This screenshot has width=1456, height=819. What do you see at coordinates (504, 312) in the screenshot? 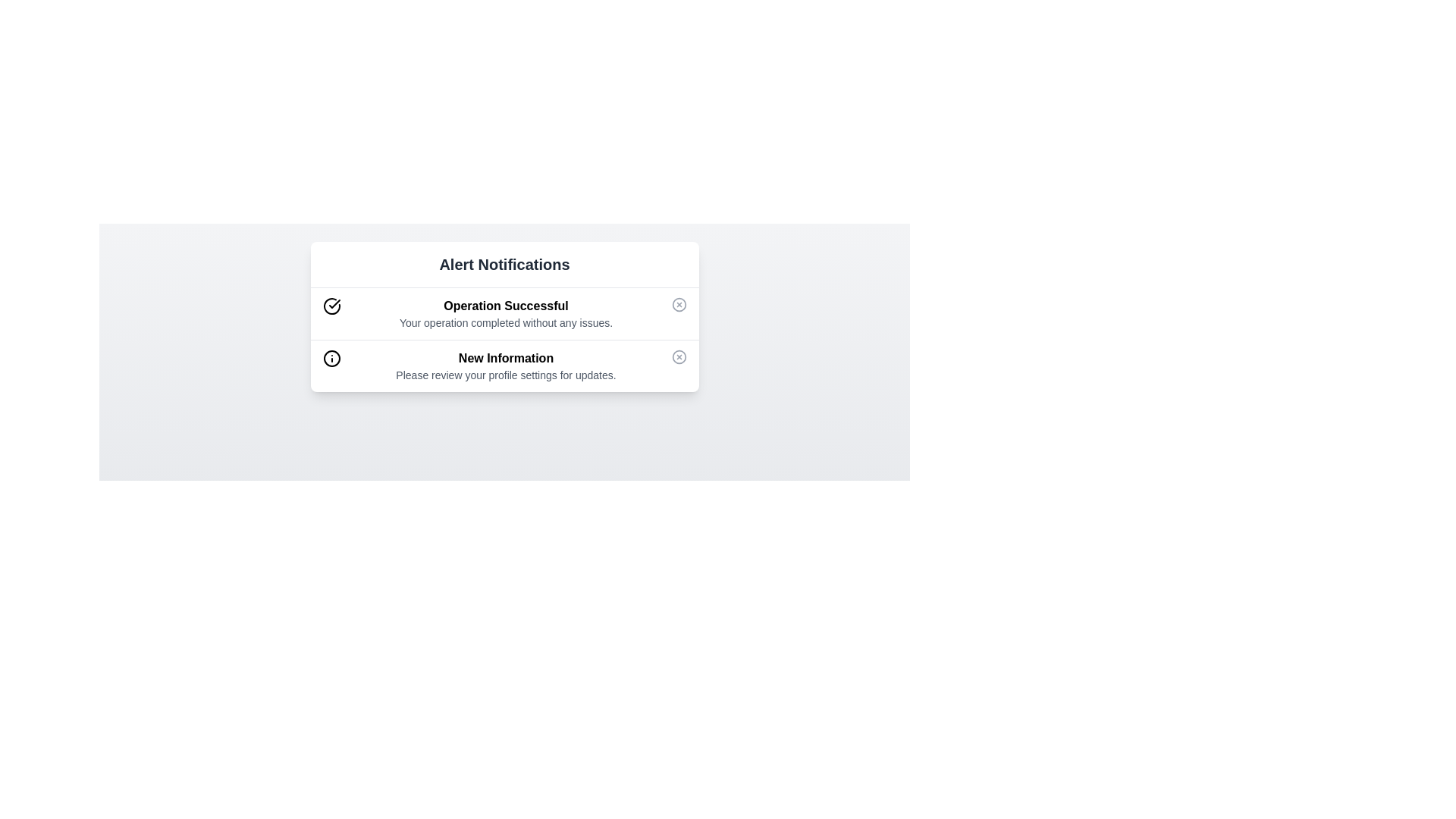
I see `the success notification card labeled 'Operation Successful' which is the first notification card in the 'Alert Notifications' section` at bounding box center [504, 312].